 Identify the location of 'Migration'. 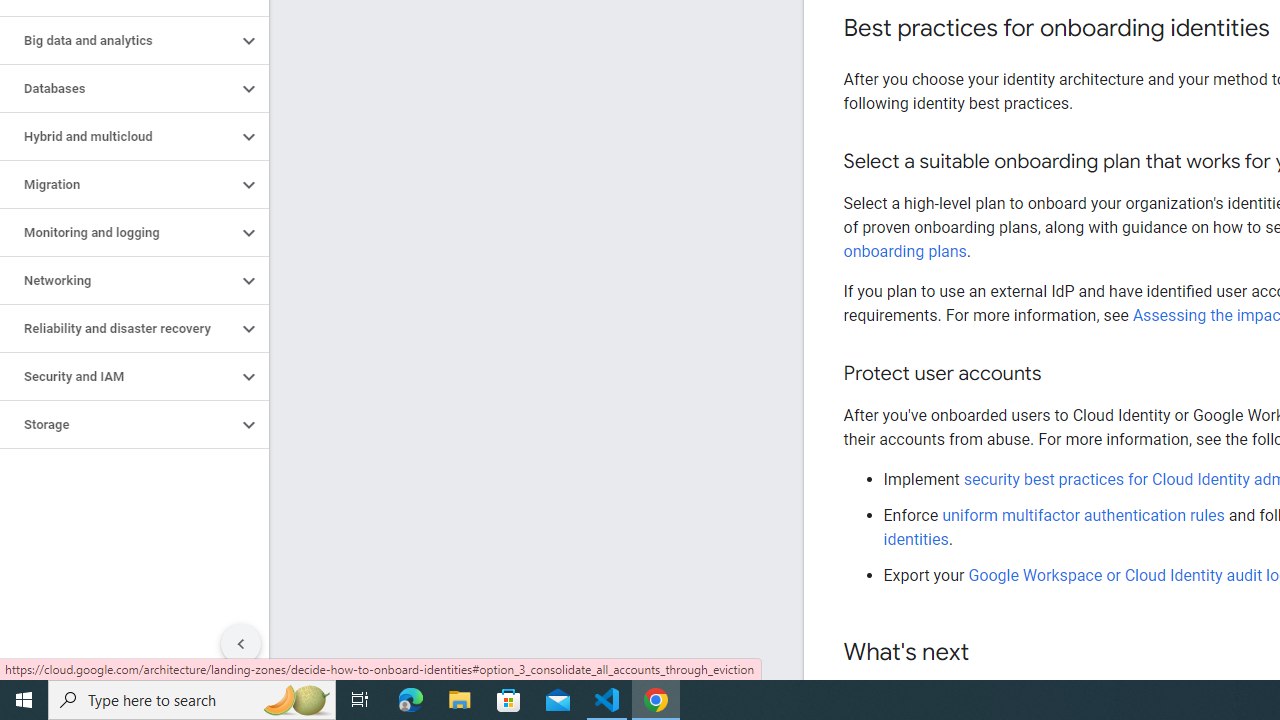
(117, 185).